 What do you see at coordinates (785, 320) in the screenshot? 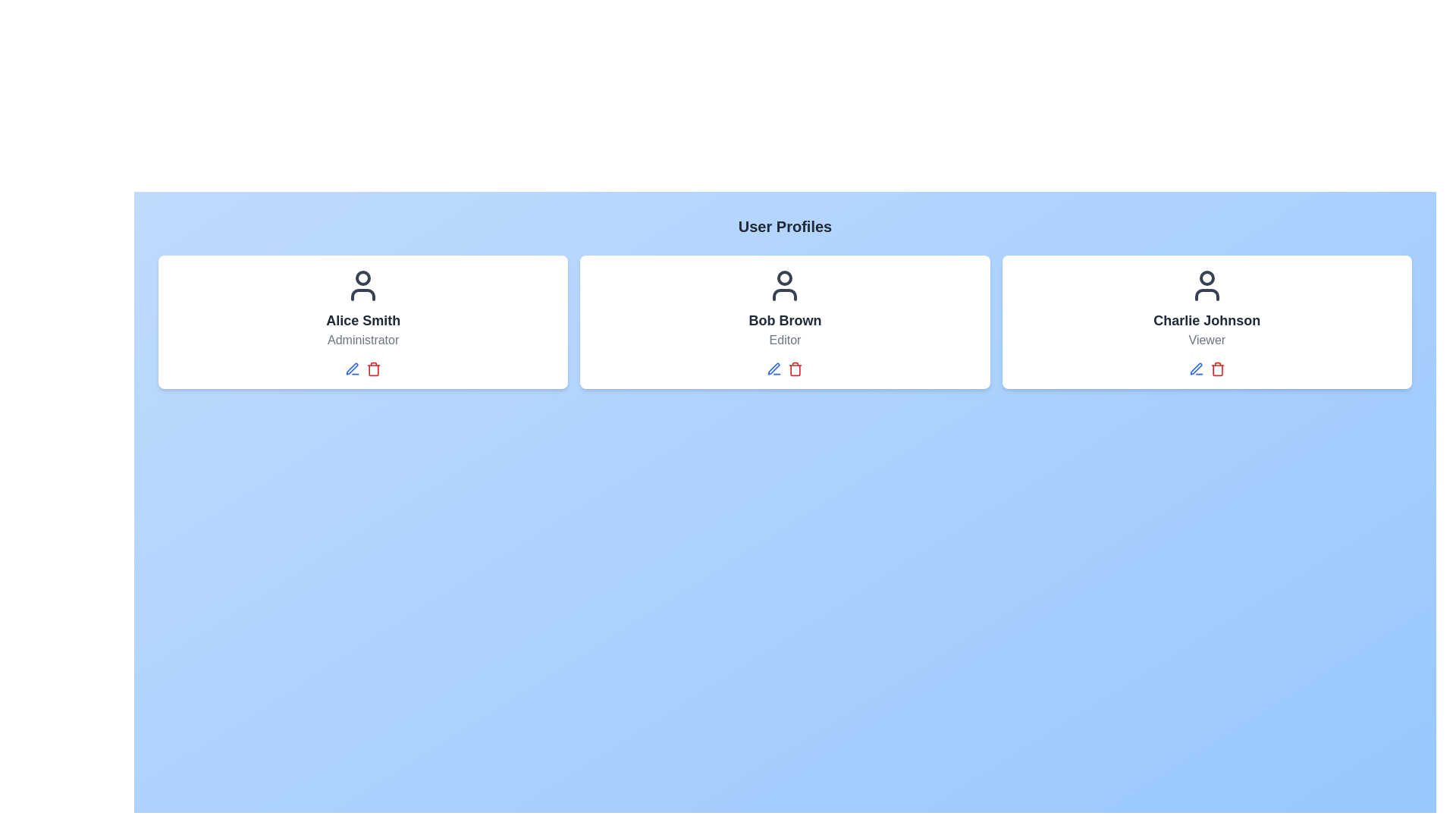
I see `the user name text label located in the center of the card, positioned below the user profile icon and above the descriptive text 'Editor'` at bounding box center [785, 320].